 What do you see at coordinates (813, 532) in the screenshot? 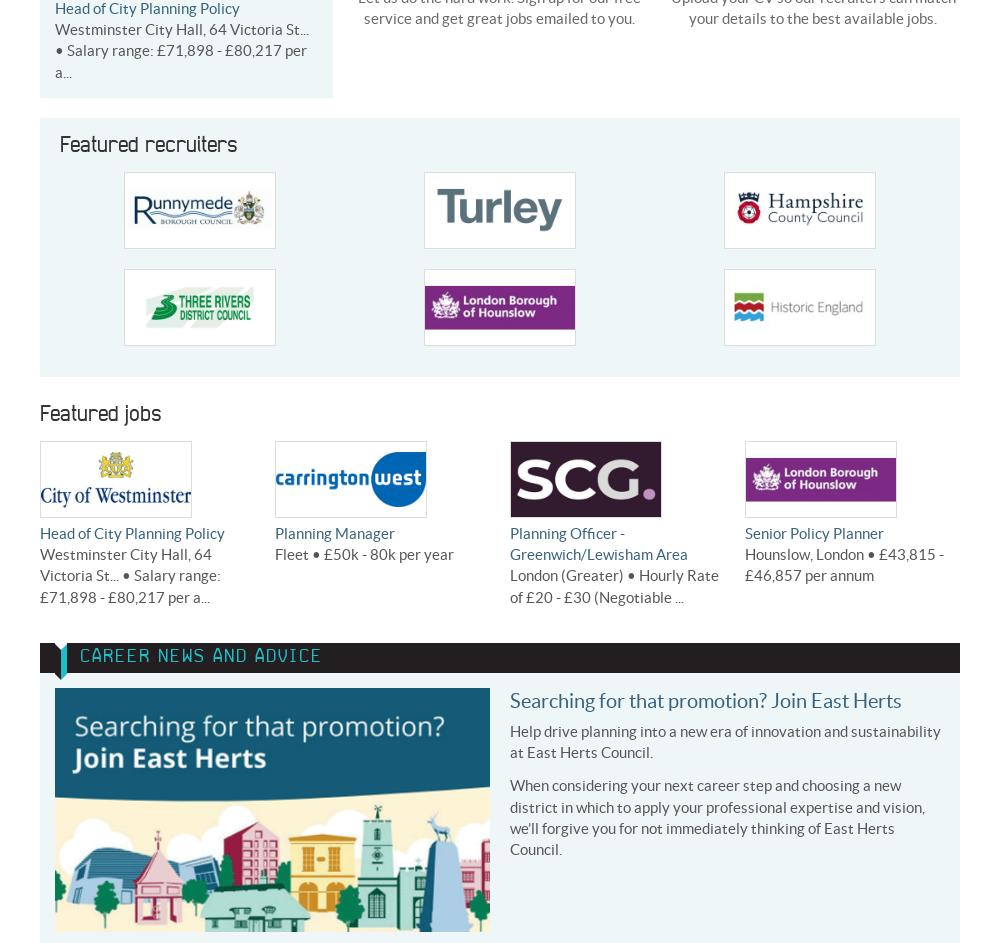
I see `'Senior Policy Planner'` at bounding box center [813, 532].